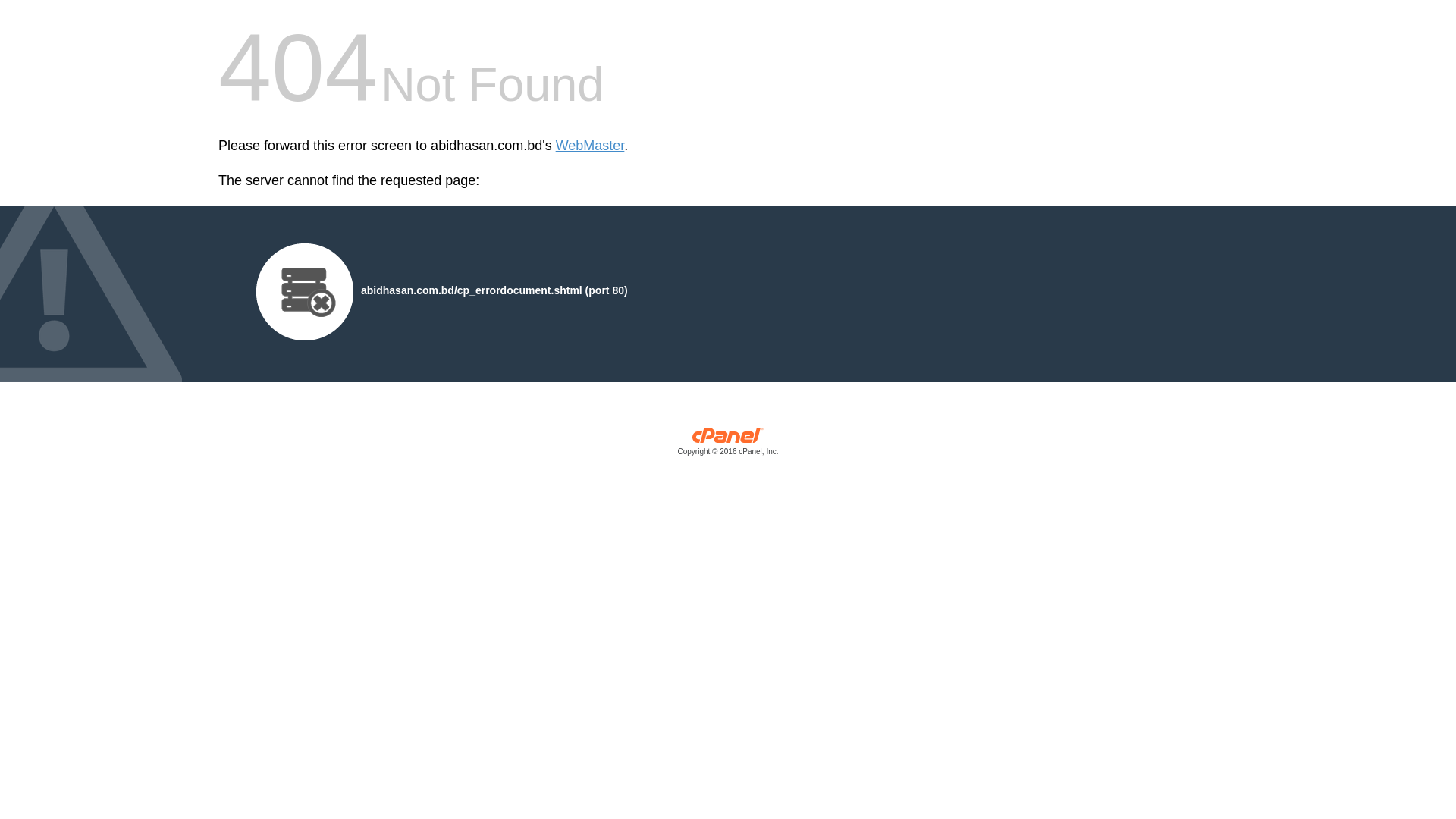  What do you see at coordinates (589, 146) in the screenshot?
I see `'WebMaster'` at bounding box center [589, 146].